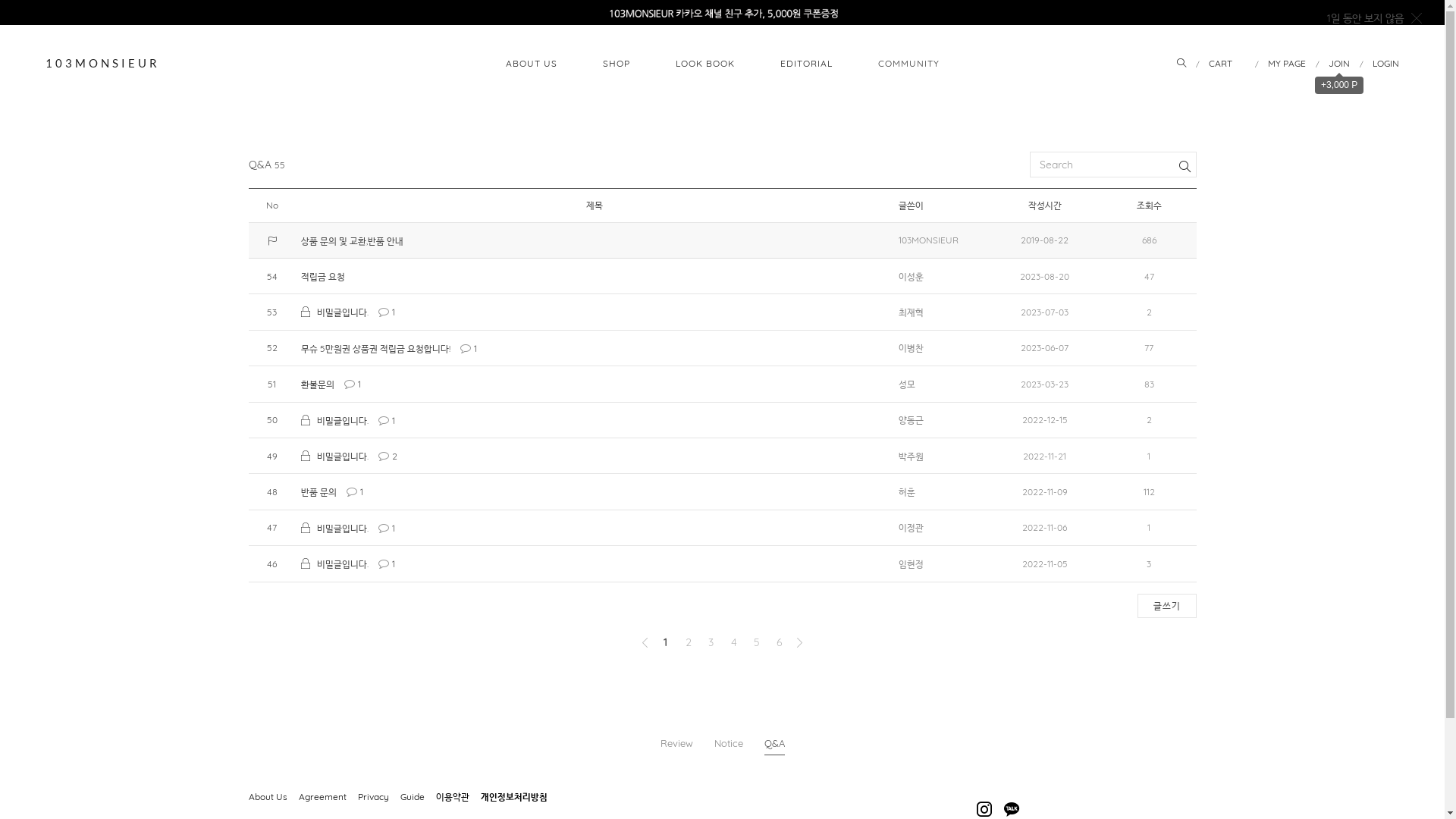 This screenshot has width=1456, height=819. Describe the element at coordinates (757, 642) in the screenshot. I see `'5'` at that location.